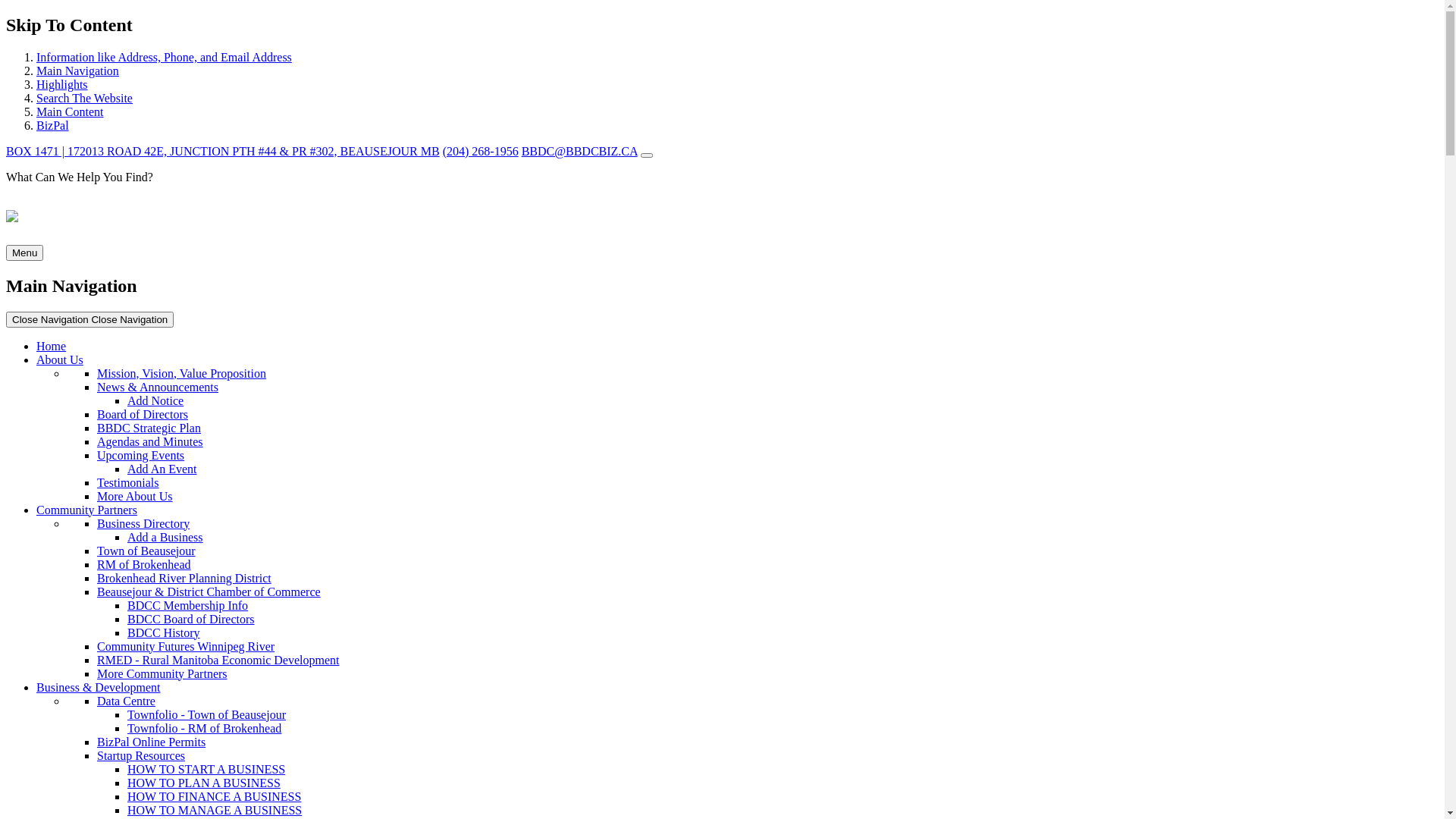 The width and height of the screenshot is (1456, 819). What do you see at coordinates (214, 809) in the screenshot?
I see `'HOW TO MANAGE A BUSINESS'` at bounding box center [214, 809].